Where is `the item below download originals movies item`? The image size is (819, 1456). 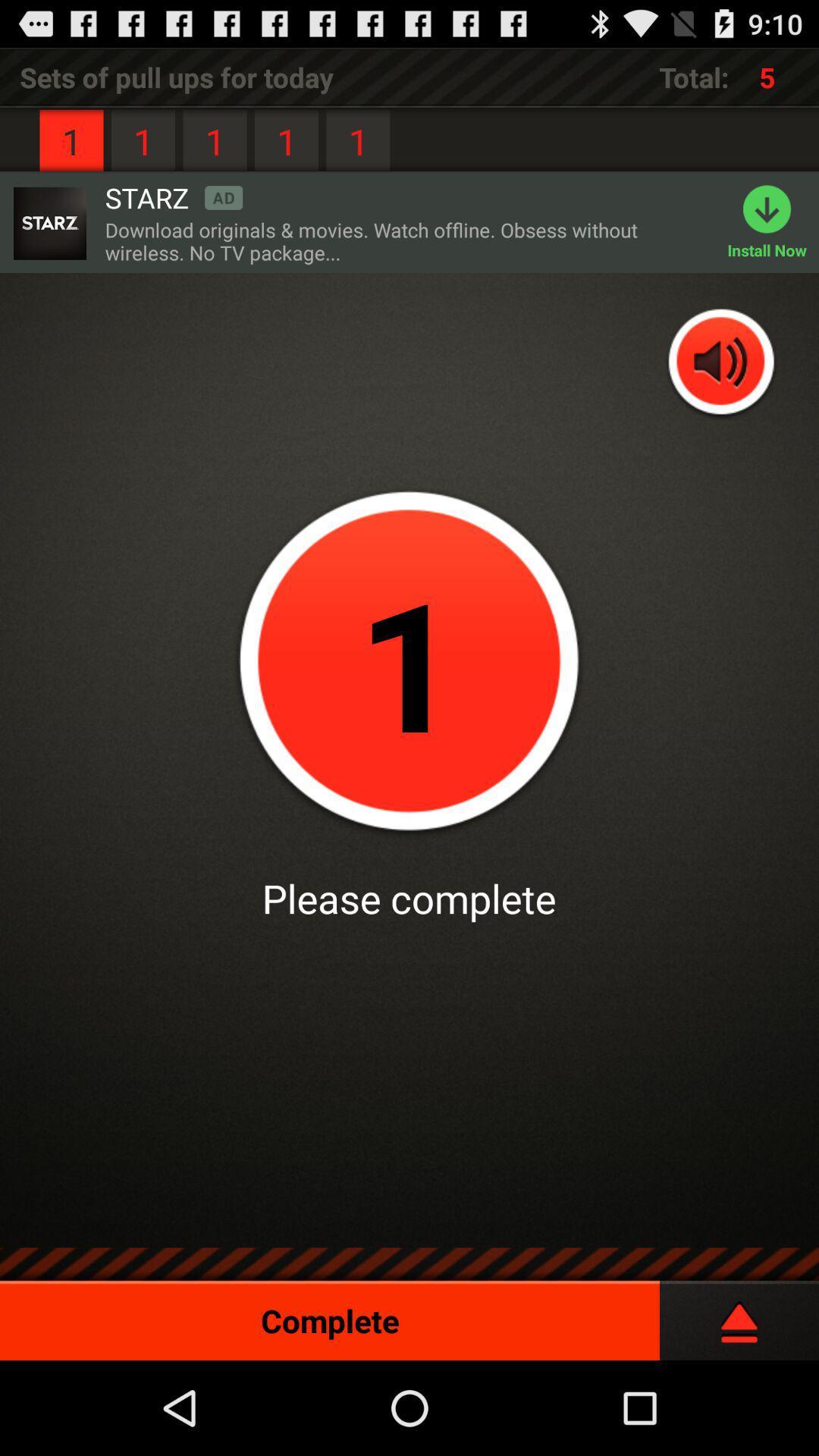 the item below download originals movies item is located at coordinates (721, 362).